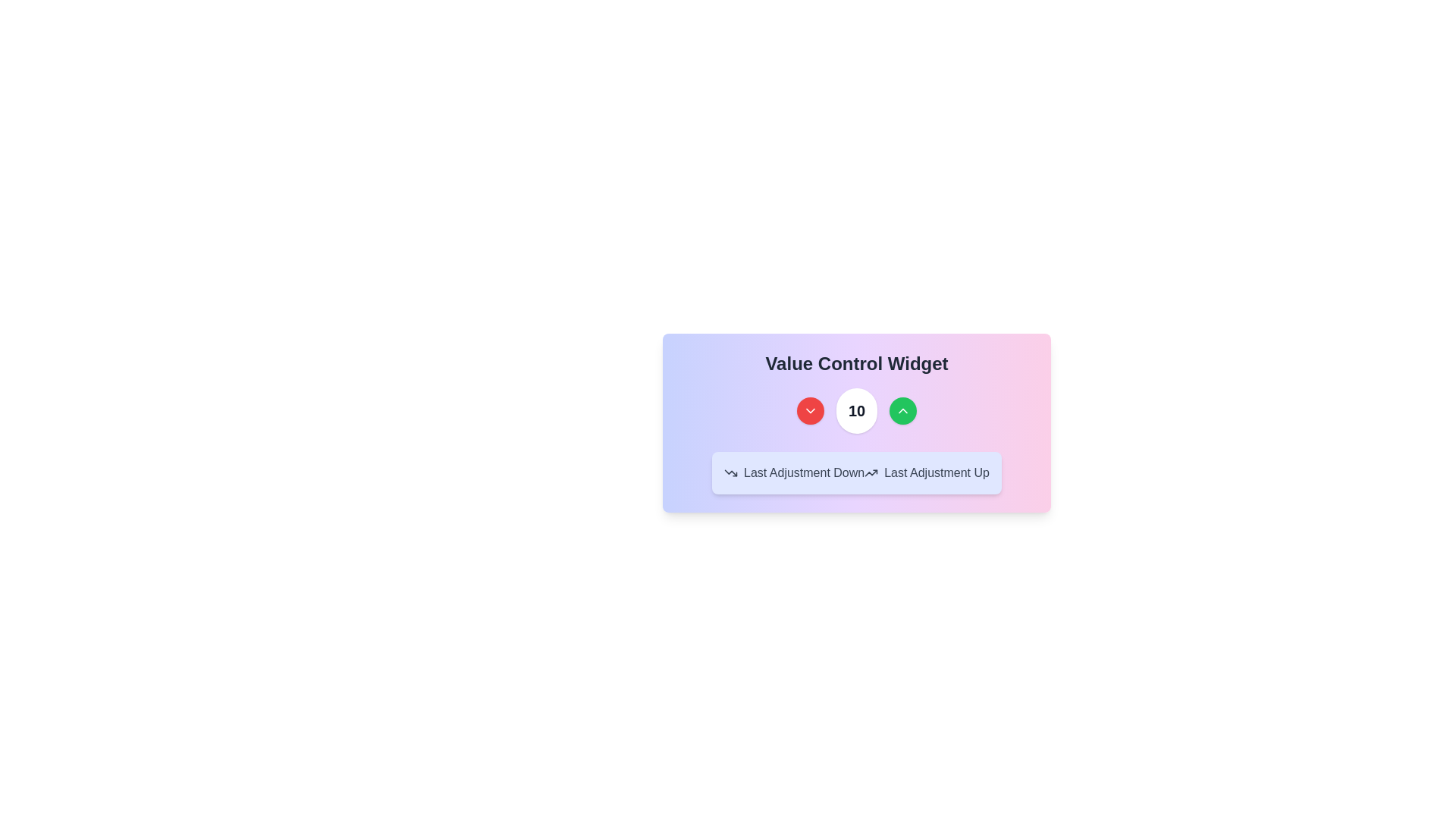  Describe the element at coordinates (856, 441) in the screenshot. I see `the informational panel that displays contextual information about the last adjustments made, indicating their direction ('Down' or 'Up'), located beneath the number indicator '10' in the 'Value Control Widget'` at that location.